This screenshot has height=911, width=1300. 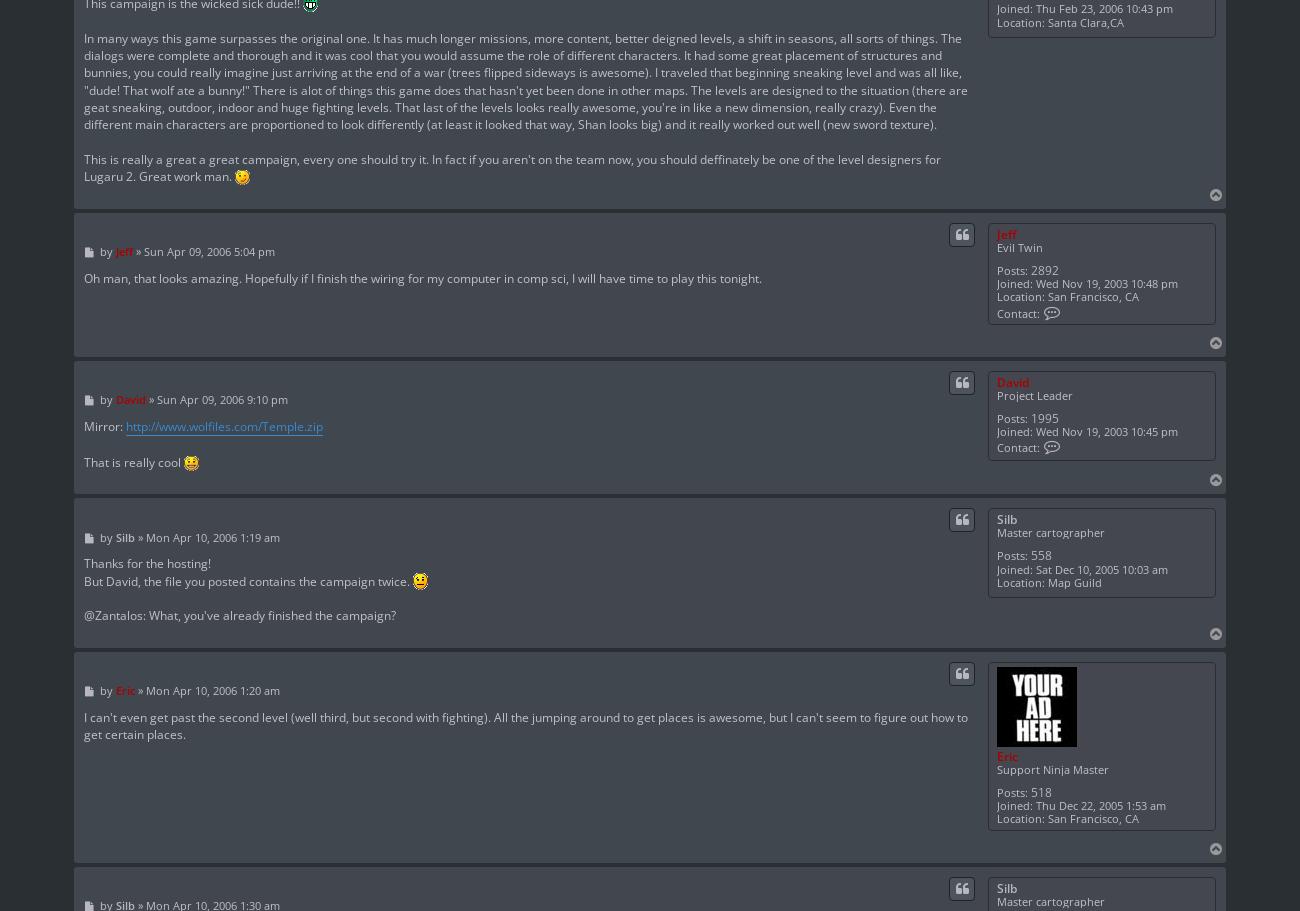 I want to click on 'But David, the file you posted contains the campaign twice.', so click(x=247, y=580).